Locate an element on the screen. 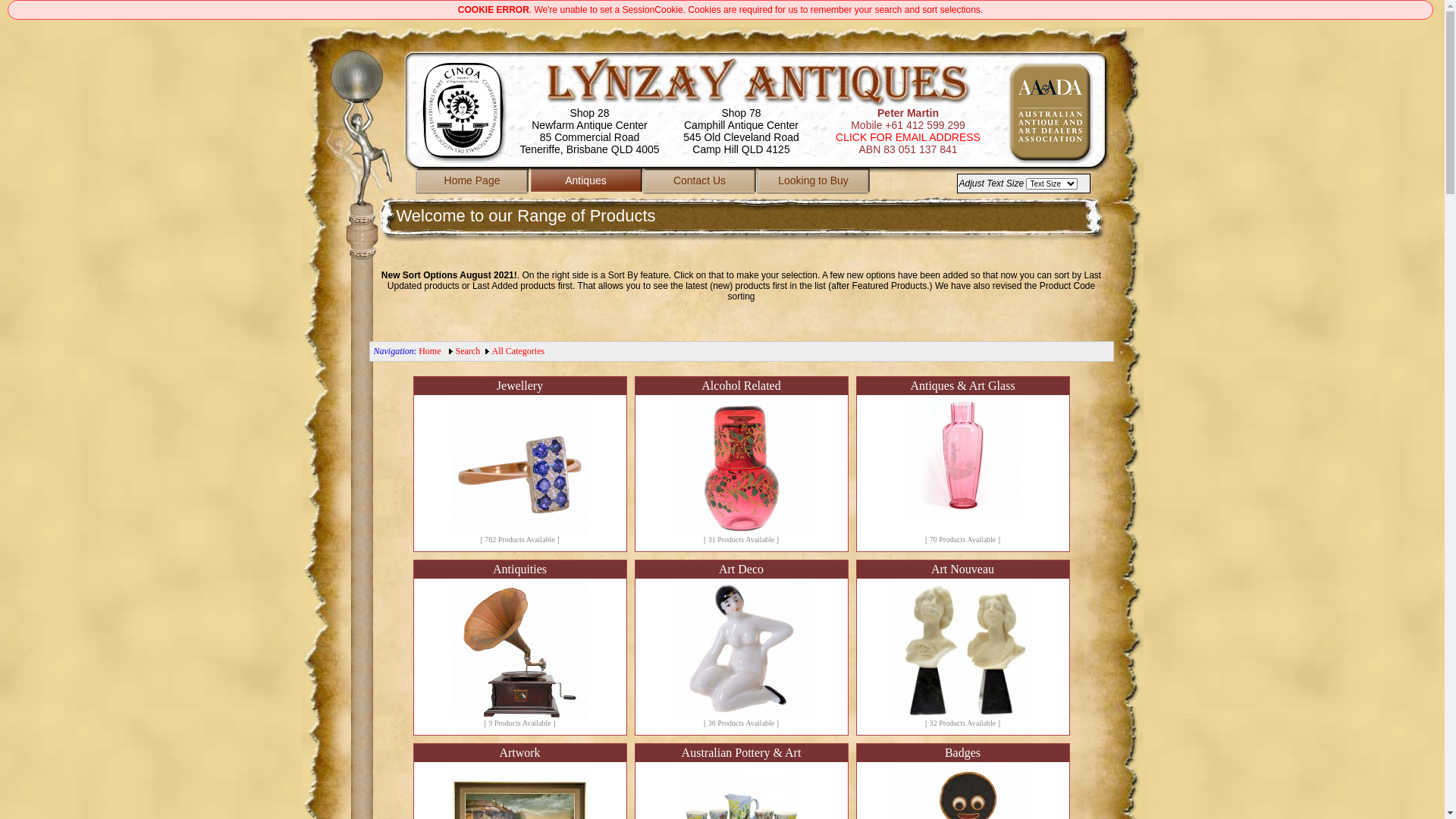 The height and width of the screenshot is (819, 1456). 'Home Page' is located at coordinates (415, 181).